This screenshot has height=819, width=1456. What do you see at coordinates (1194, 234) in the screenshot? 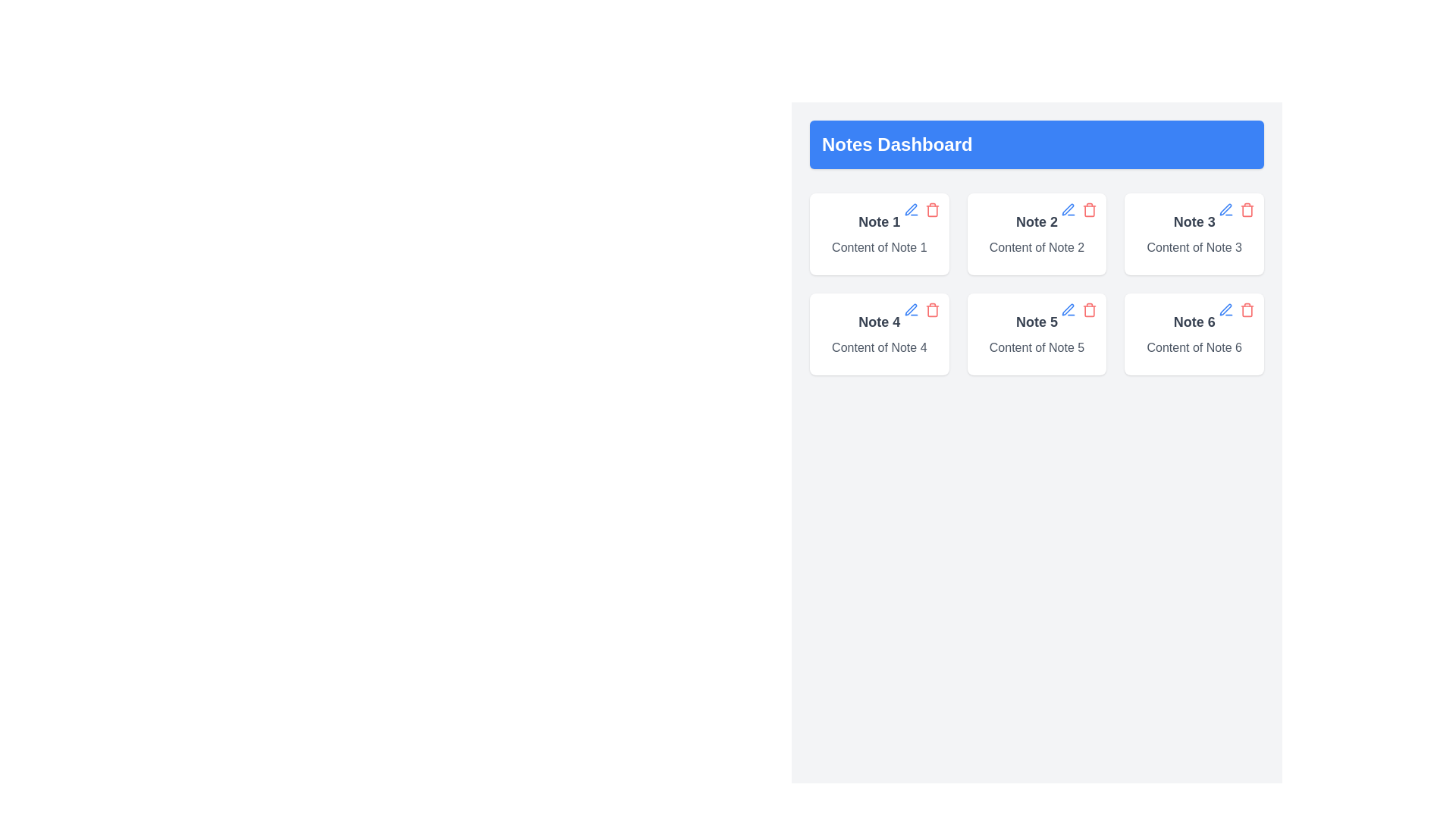
I see `the third Card or Note Widget in the first row of the grid` at bounding box center [1194, 234].